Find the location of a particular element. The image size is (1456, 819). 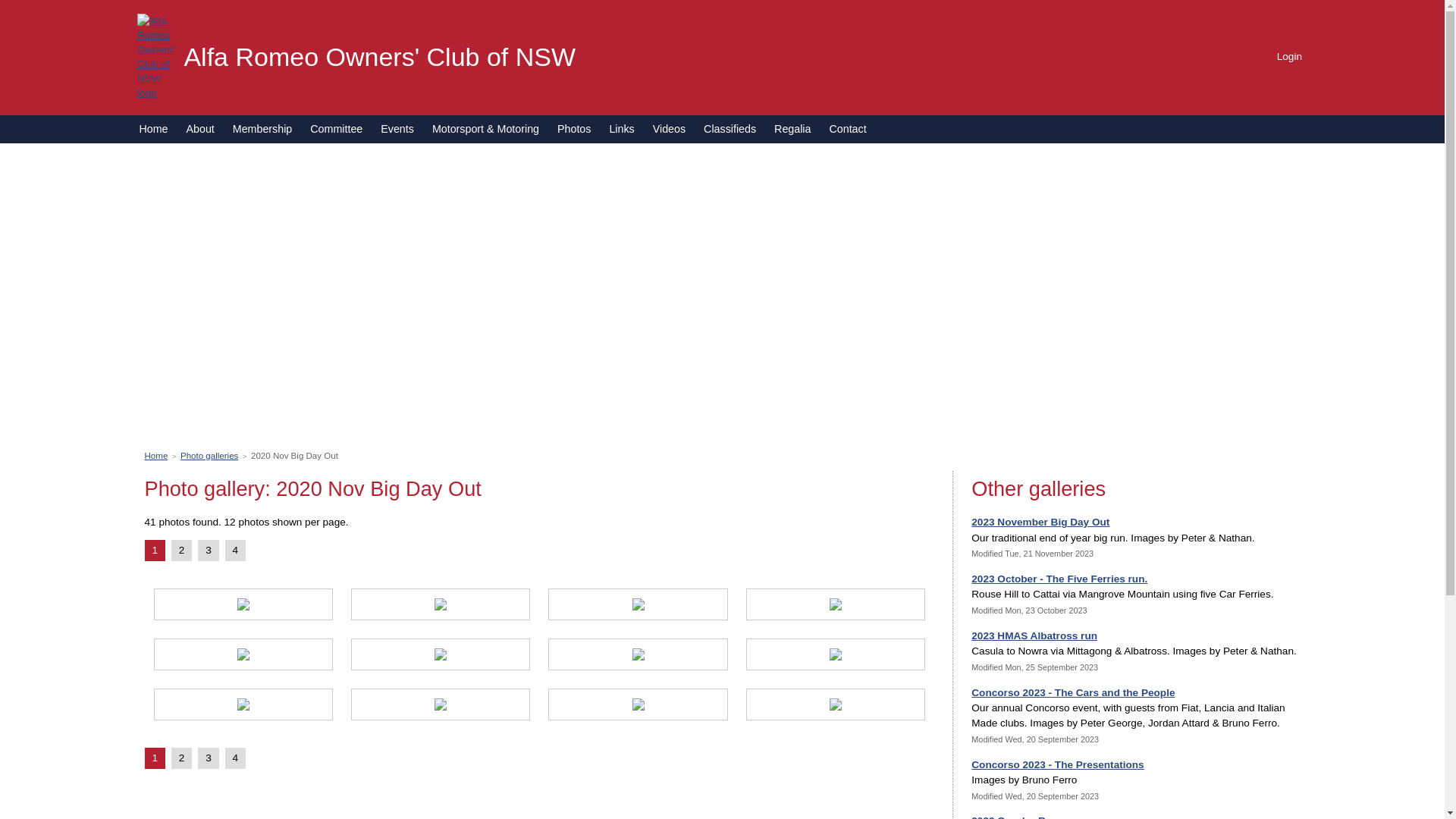

'Login' is located at coordinates (1282, 55).